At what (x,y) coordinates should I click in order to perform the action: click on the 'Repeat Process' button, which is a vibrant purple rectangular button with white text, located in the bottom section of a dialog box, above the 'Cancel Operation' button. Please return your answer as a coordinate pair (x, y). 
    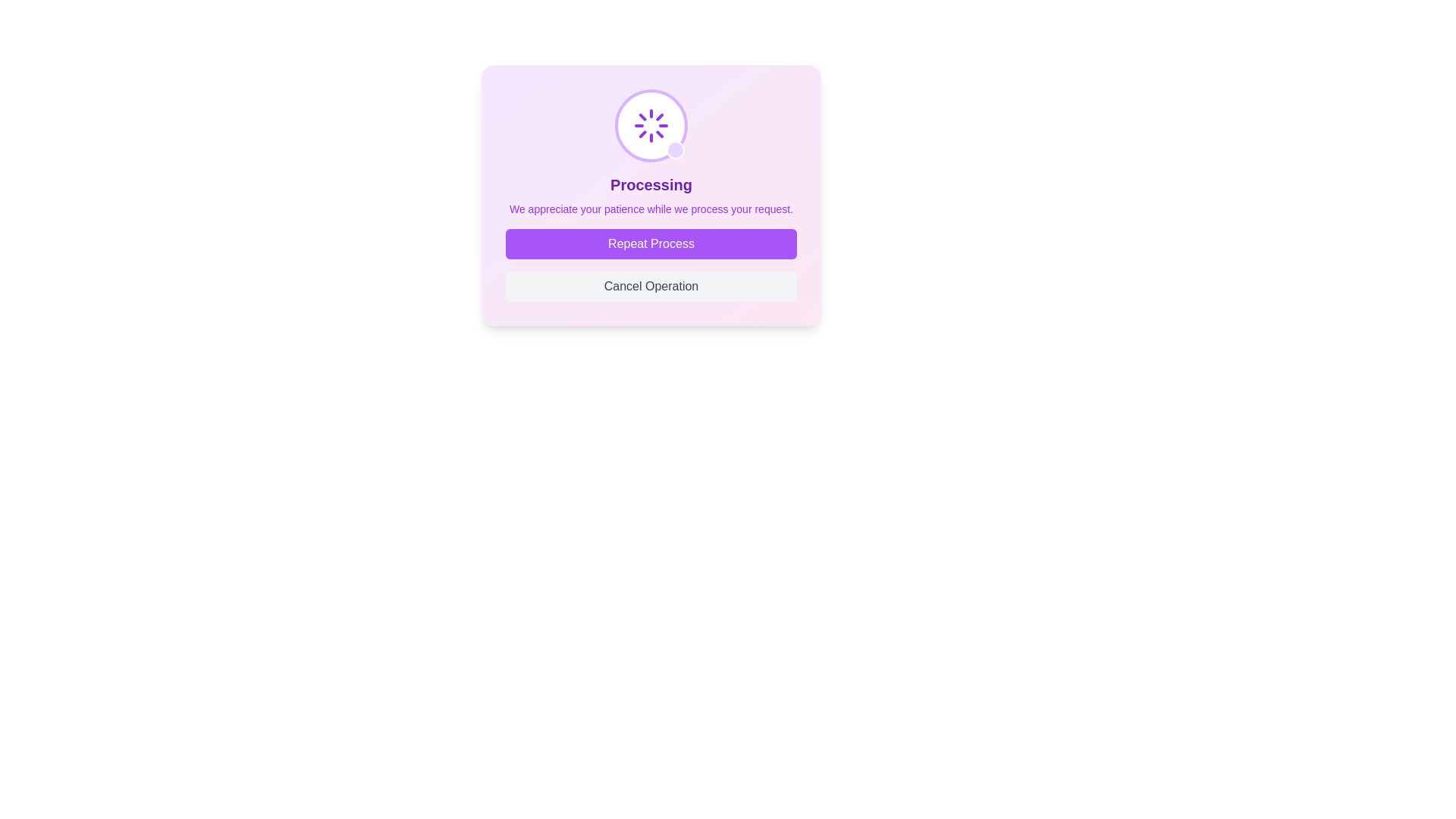
    Looking at the image, I should click on (651, 243).